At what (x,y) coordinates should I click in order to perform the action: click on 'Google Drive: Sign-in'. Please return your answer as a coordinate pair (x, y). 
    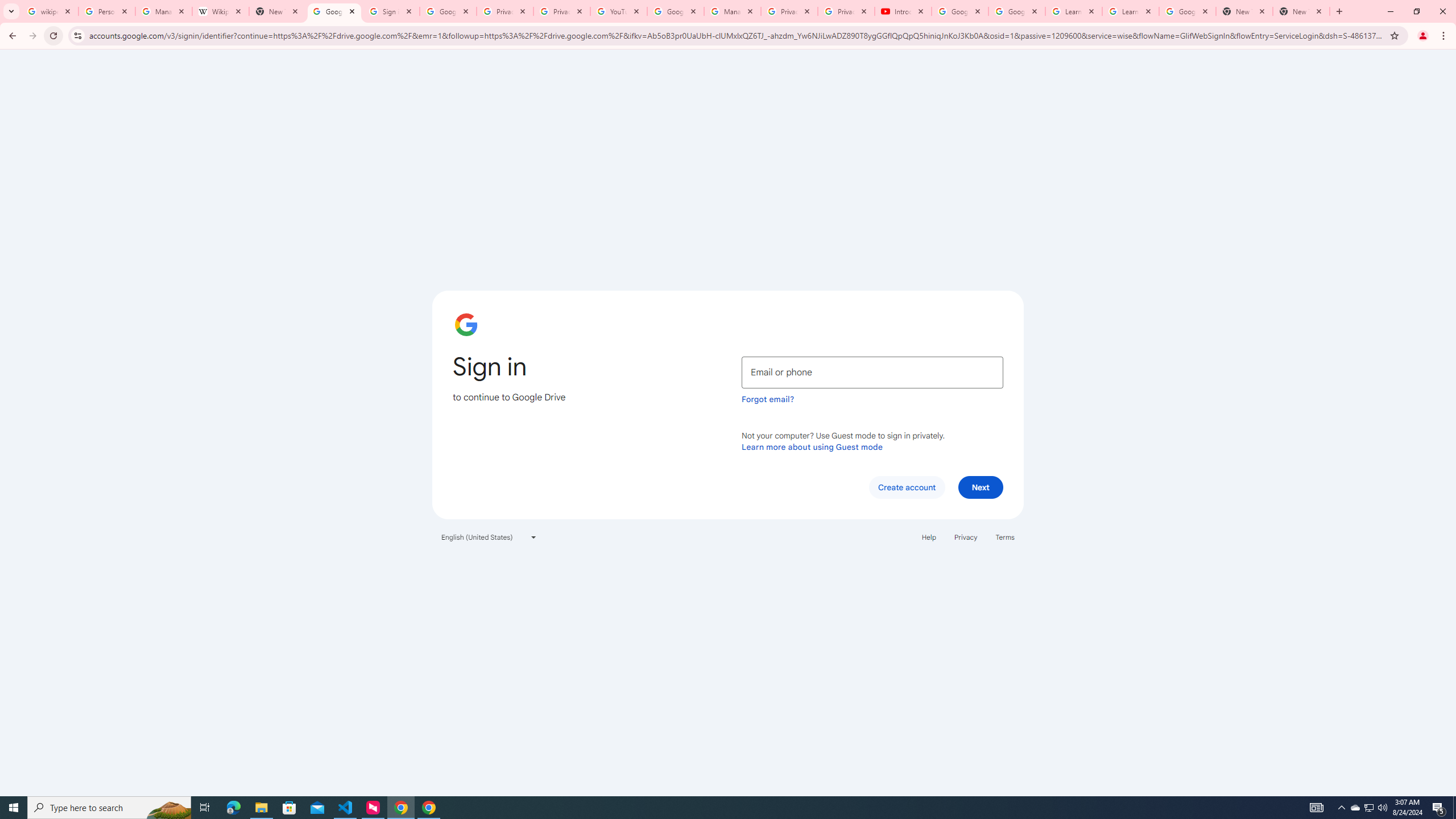
    Looking at the image, I should click on (334, 11).